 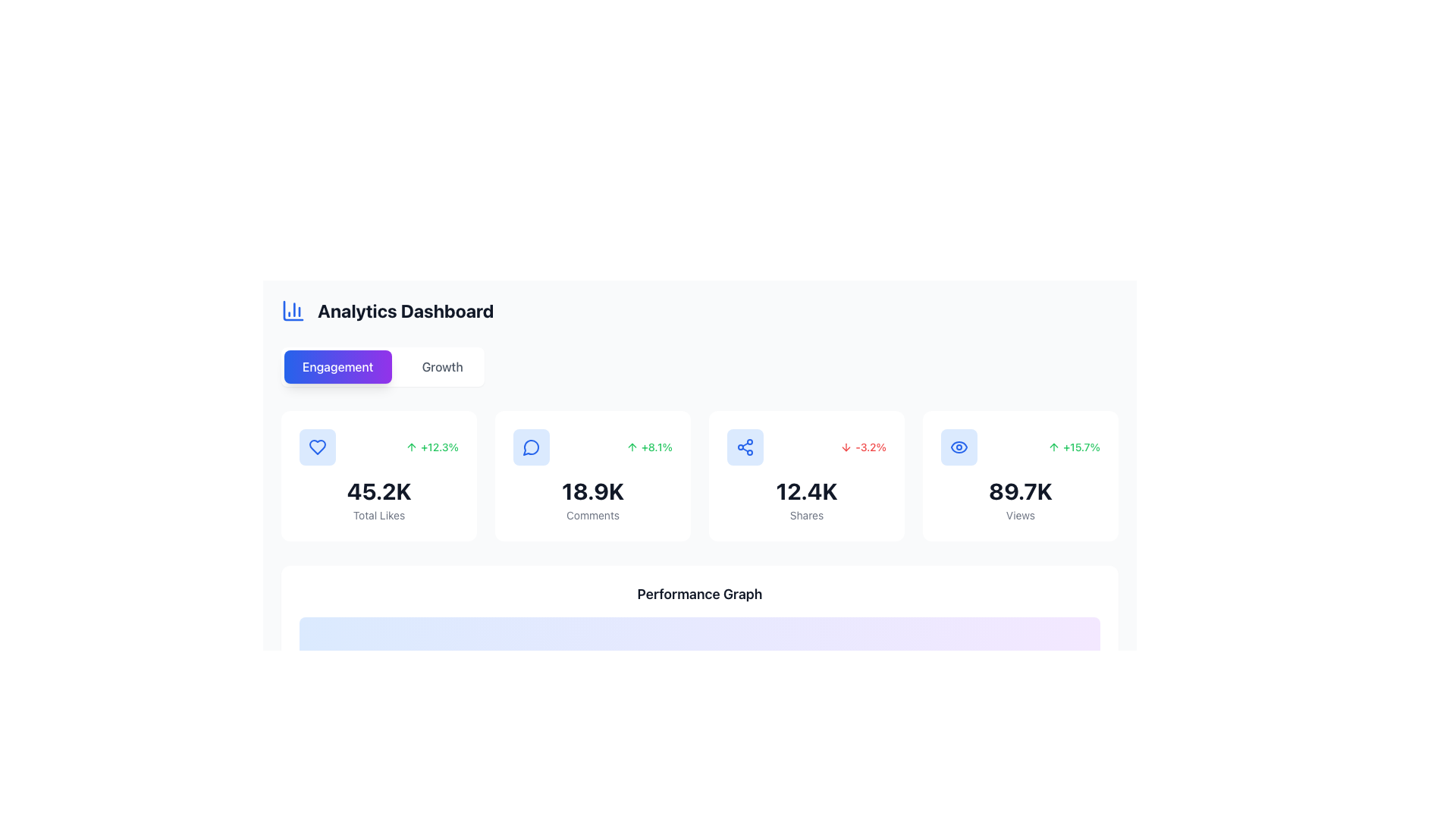 I want to click on the header text displaying 'Analytics Dashboard', which is centrally located at the top of the interface, styled in bold and dark gray for emphasis, so click(x=406, y=309).